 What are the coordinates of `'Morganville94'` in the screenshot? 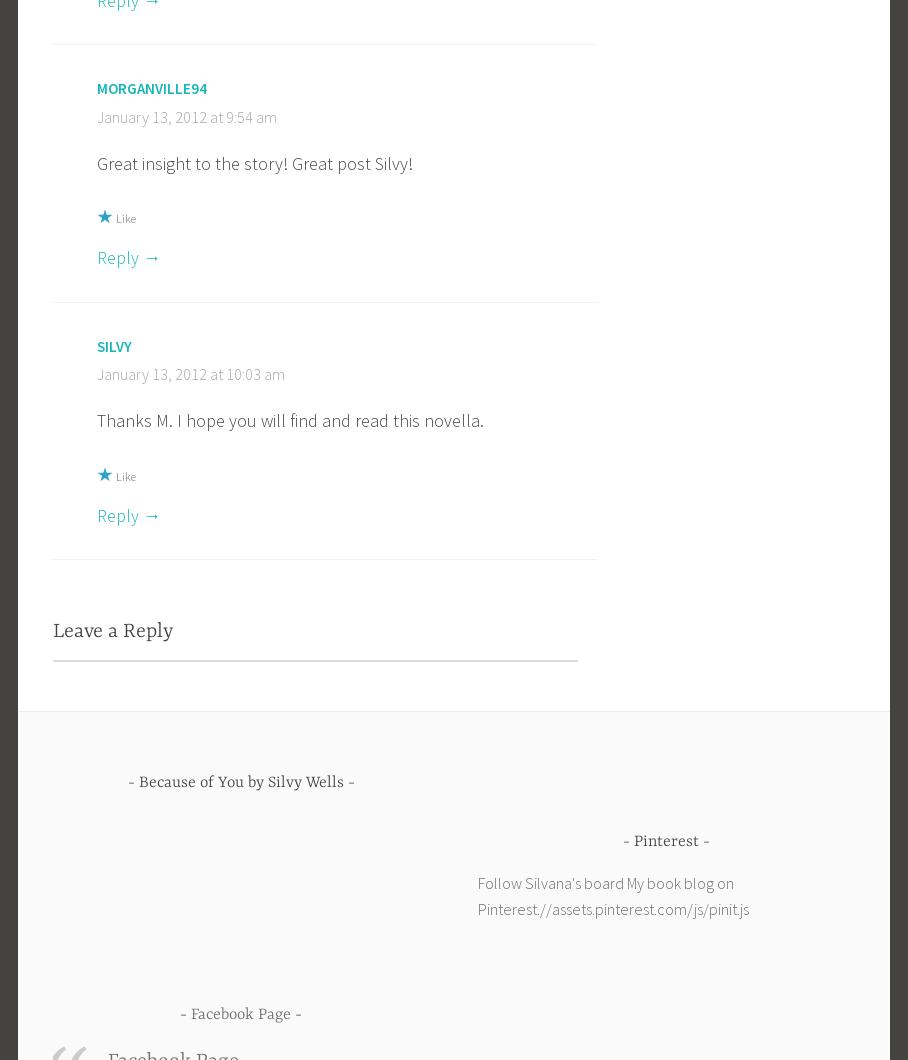 It's located at (151, 87).